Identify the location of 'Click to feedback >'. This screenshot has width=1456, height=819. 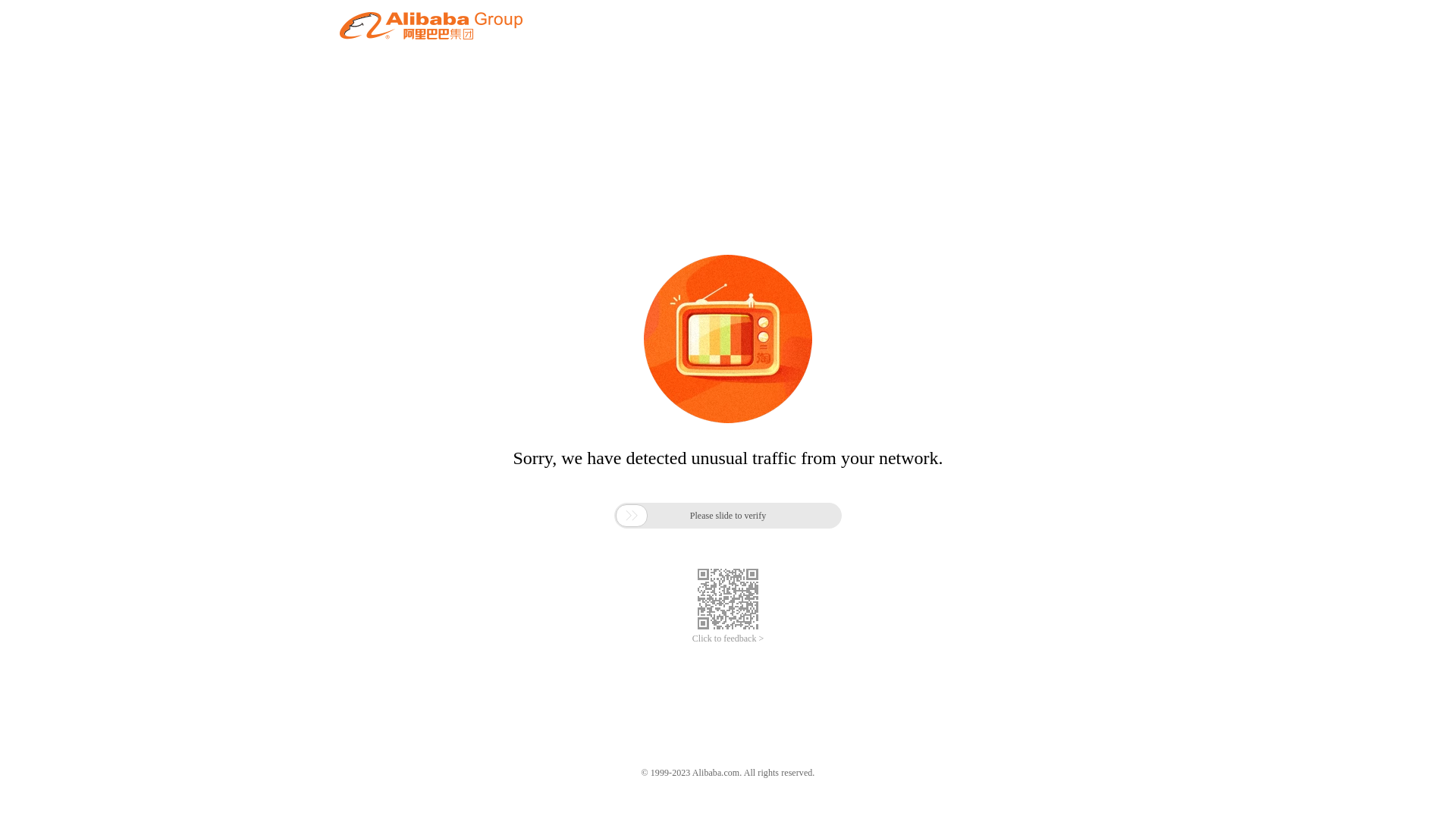
(728, 639).